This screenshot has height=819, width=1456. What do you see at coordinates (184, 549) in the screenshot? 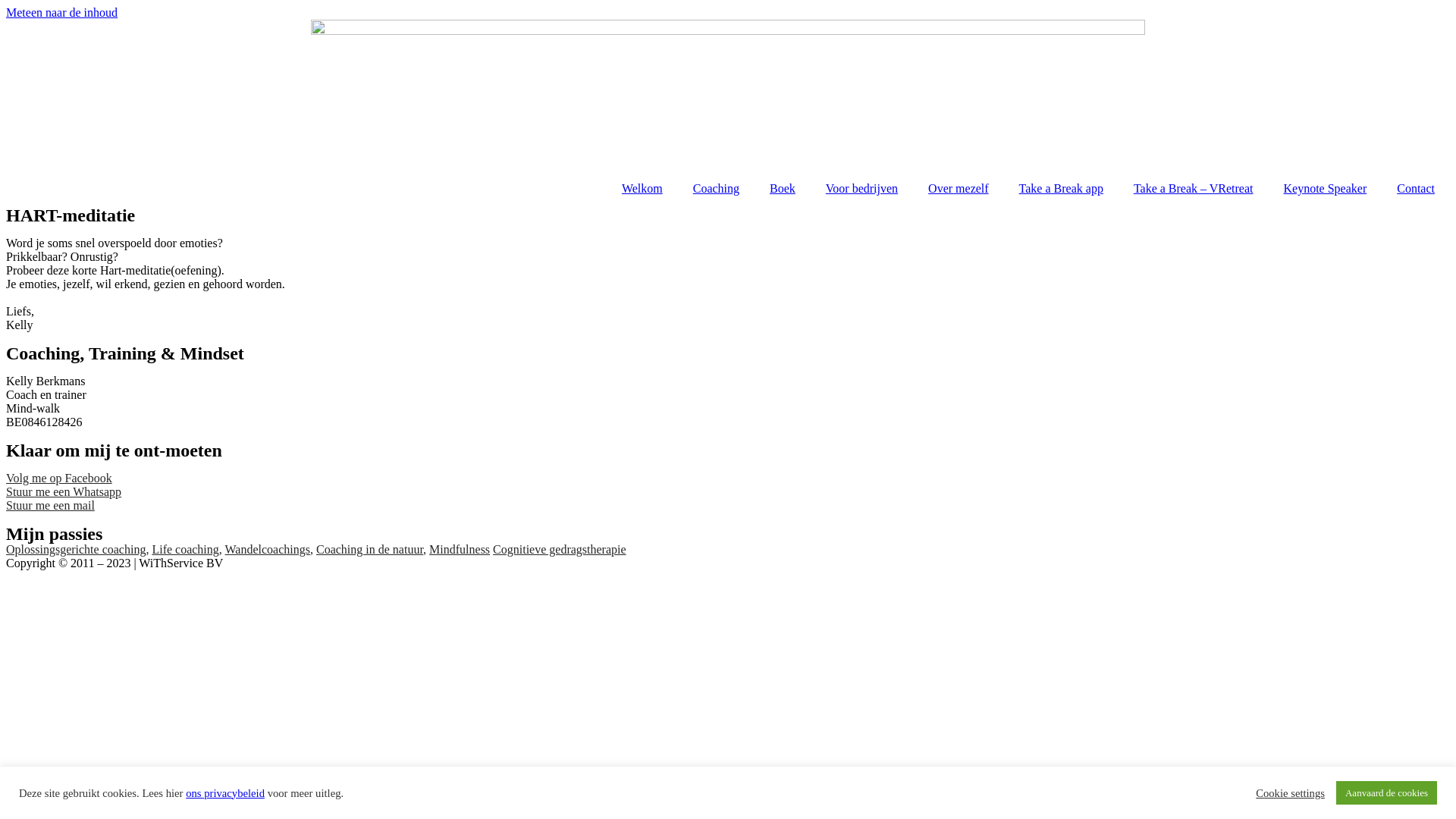
I see `'Life coaching'` at bounding box center [184, 549].